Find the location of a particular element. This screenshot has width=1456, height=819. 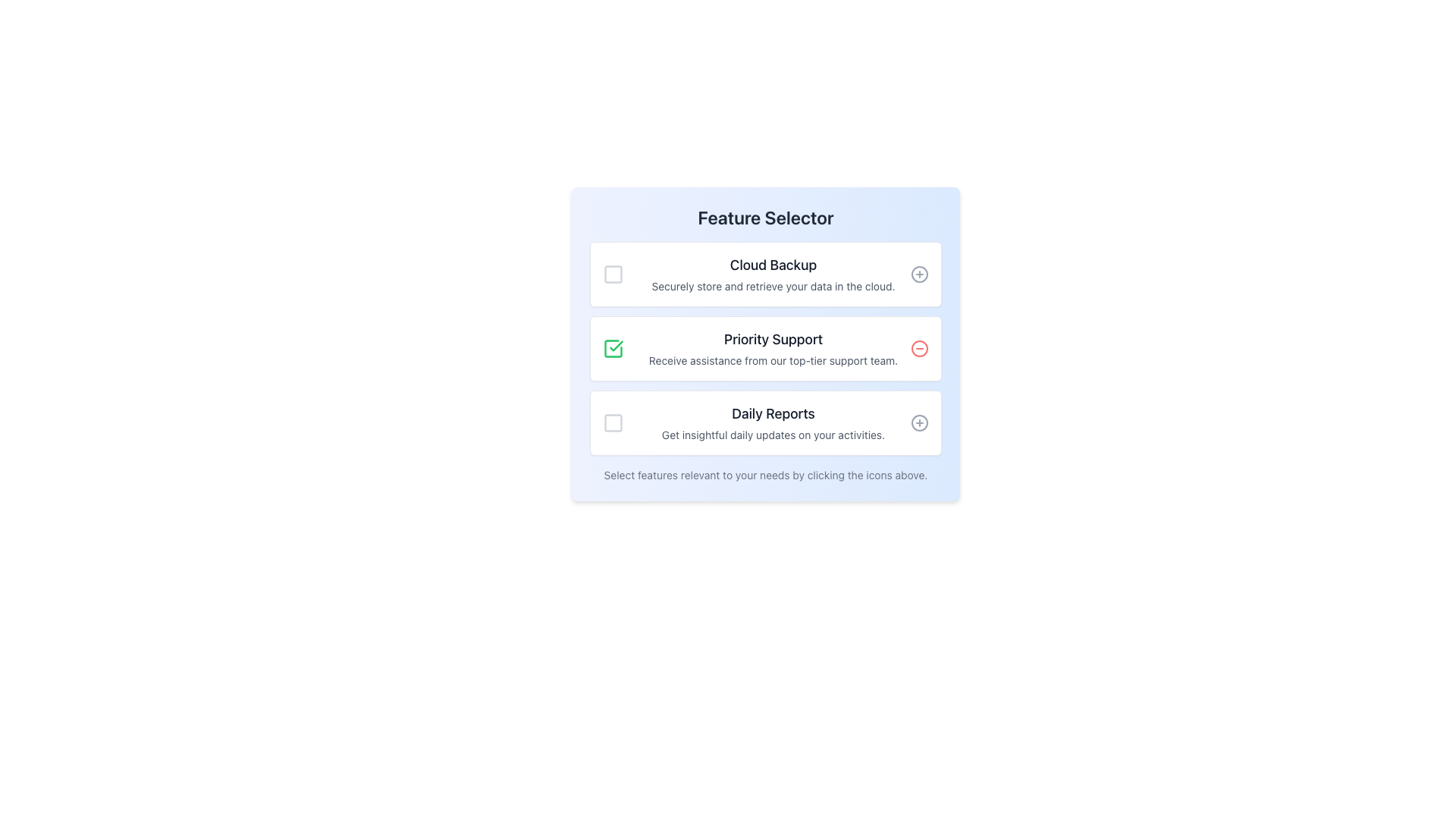

the interactive checkbox for the 'Daily Reports' feature is located at coordinates (613, 423).